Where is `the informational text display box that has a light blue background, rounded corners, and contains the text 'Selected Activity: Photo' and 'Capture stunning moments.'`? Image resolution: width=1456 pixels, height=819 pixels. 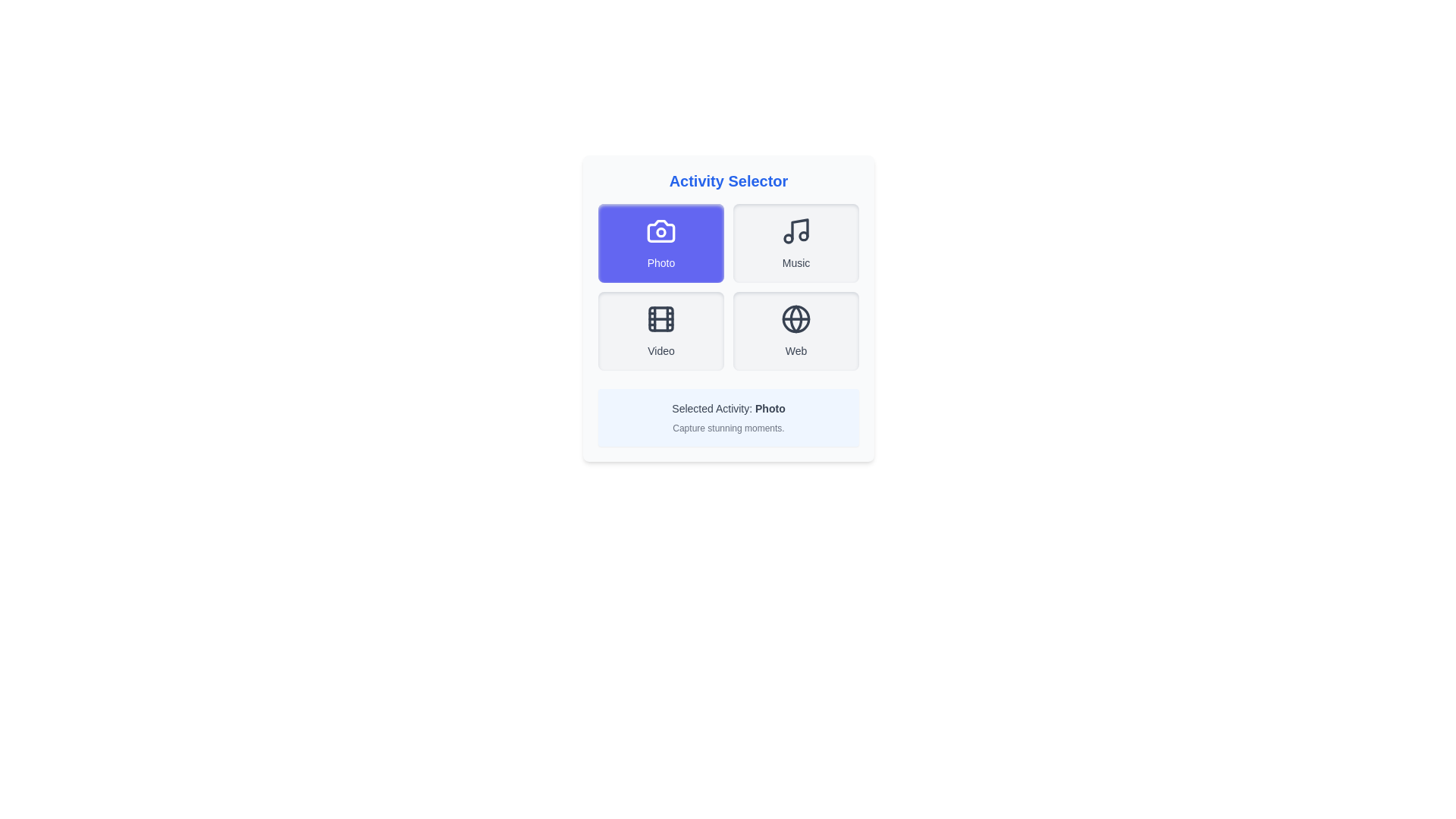
the informational text display box that has a light blue background, rounded corners, and contains the text 'Selected Activity: Photo' and 'Capture stunning moments.' is located at coordinates (728, 418).